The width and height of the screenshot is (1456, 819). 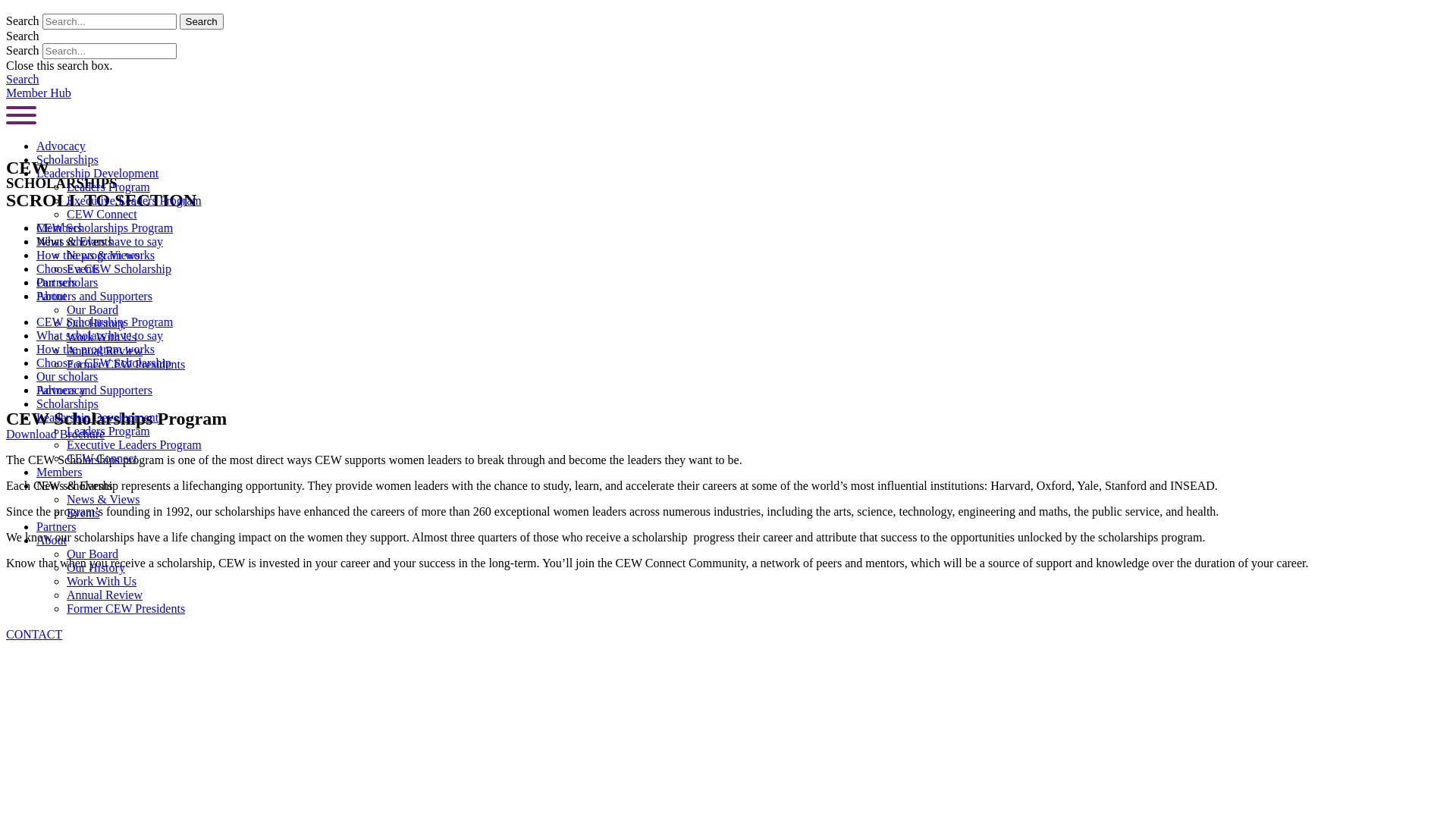 What do you see at coordinates (95, 322) in the screenshot?
I see `'Our History'` at bounding box center [95, 322].